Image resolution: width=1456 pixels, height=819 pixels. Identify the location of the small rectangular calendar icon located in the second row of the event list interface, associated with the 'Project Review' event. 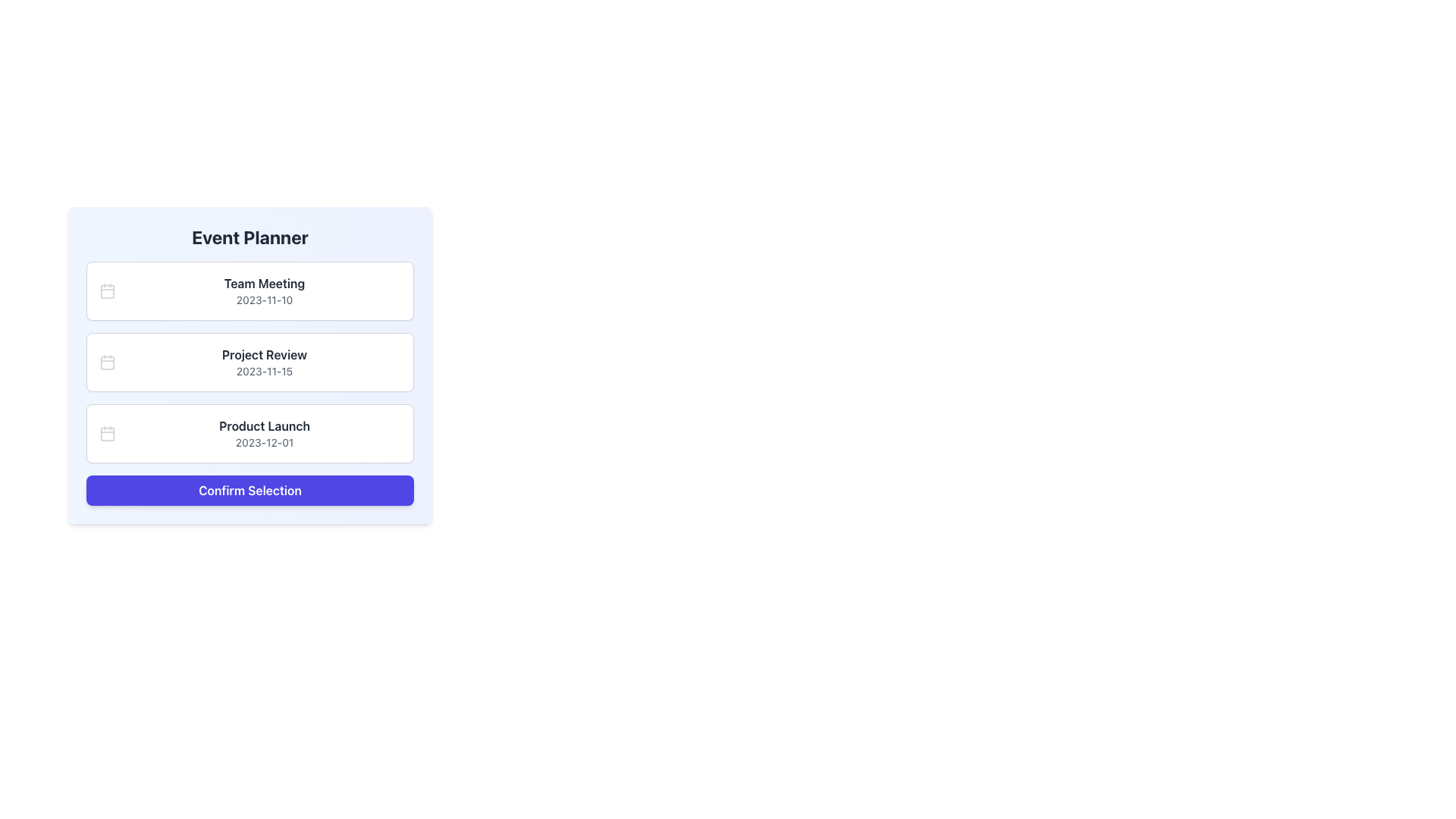
(107, 362).